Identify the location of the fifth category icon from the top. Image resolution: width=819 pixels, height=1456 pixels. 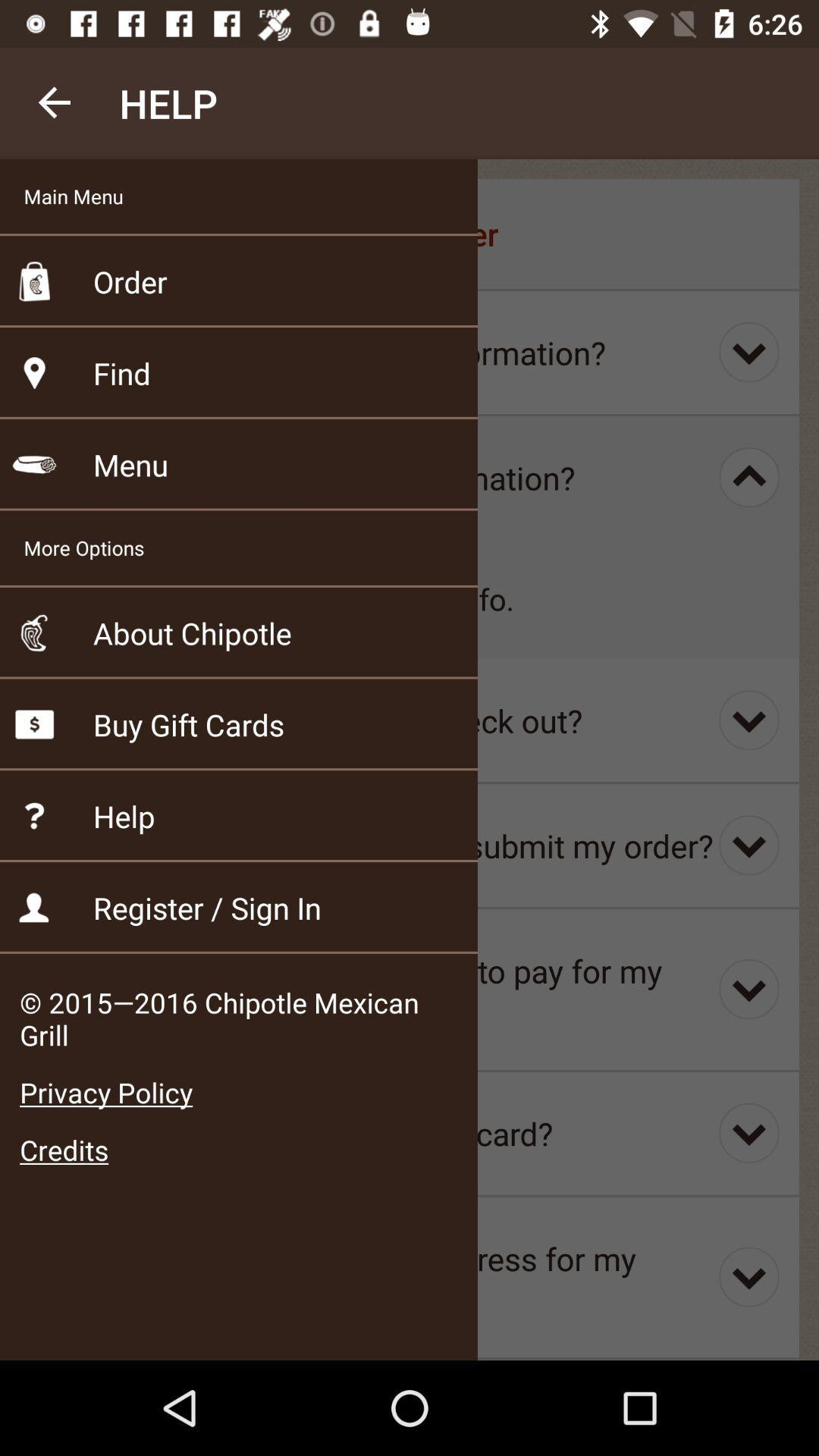
(34, 723).